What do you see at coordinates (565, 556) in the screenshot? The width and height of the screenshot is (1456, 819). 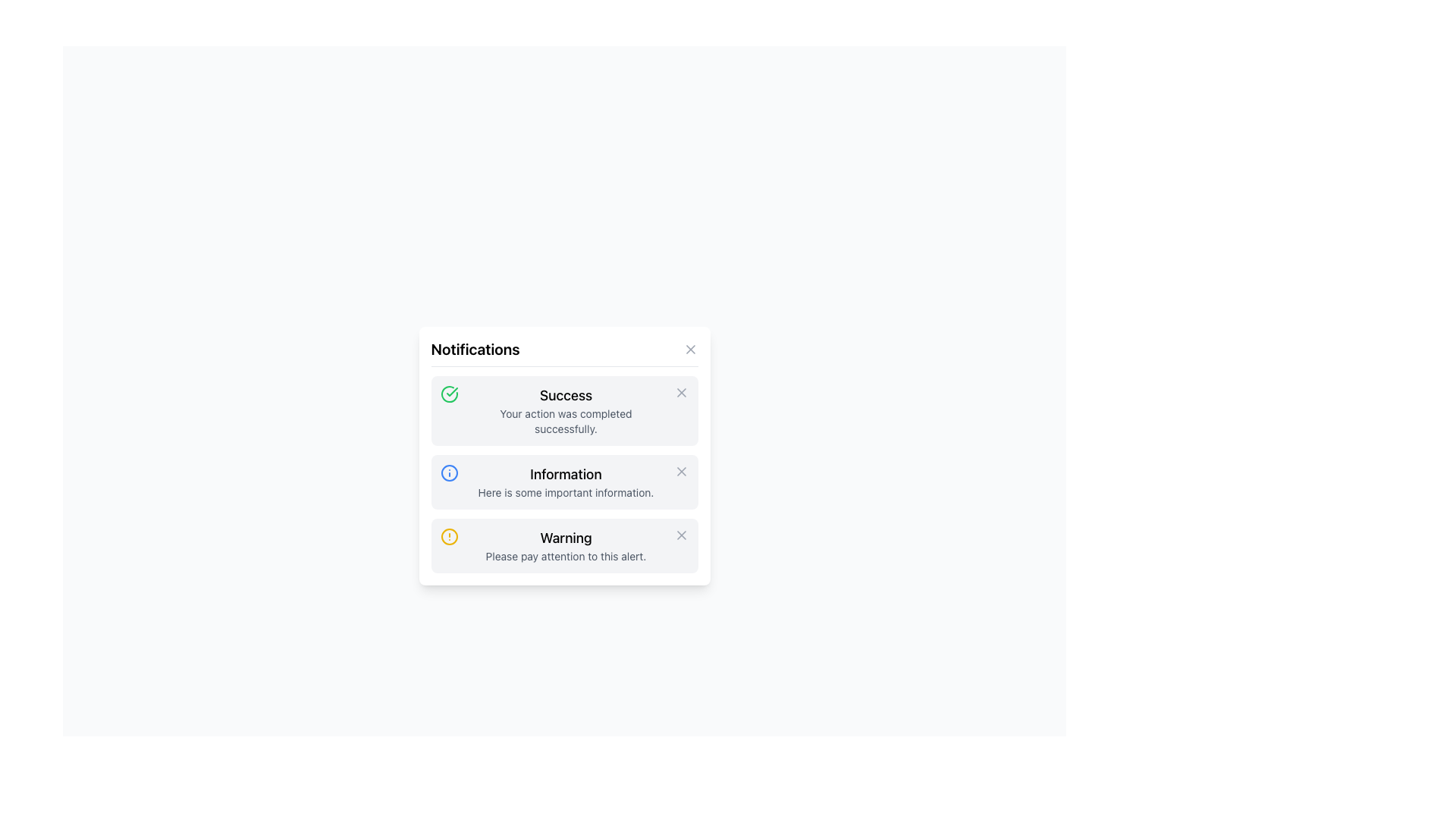 I see `the supplementary Text Label that conveys information related to the 'Warning' title, which is located in the lower portion of a notification box` at bounding box center [565, 556].